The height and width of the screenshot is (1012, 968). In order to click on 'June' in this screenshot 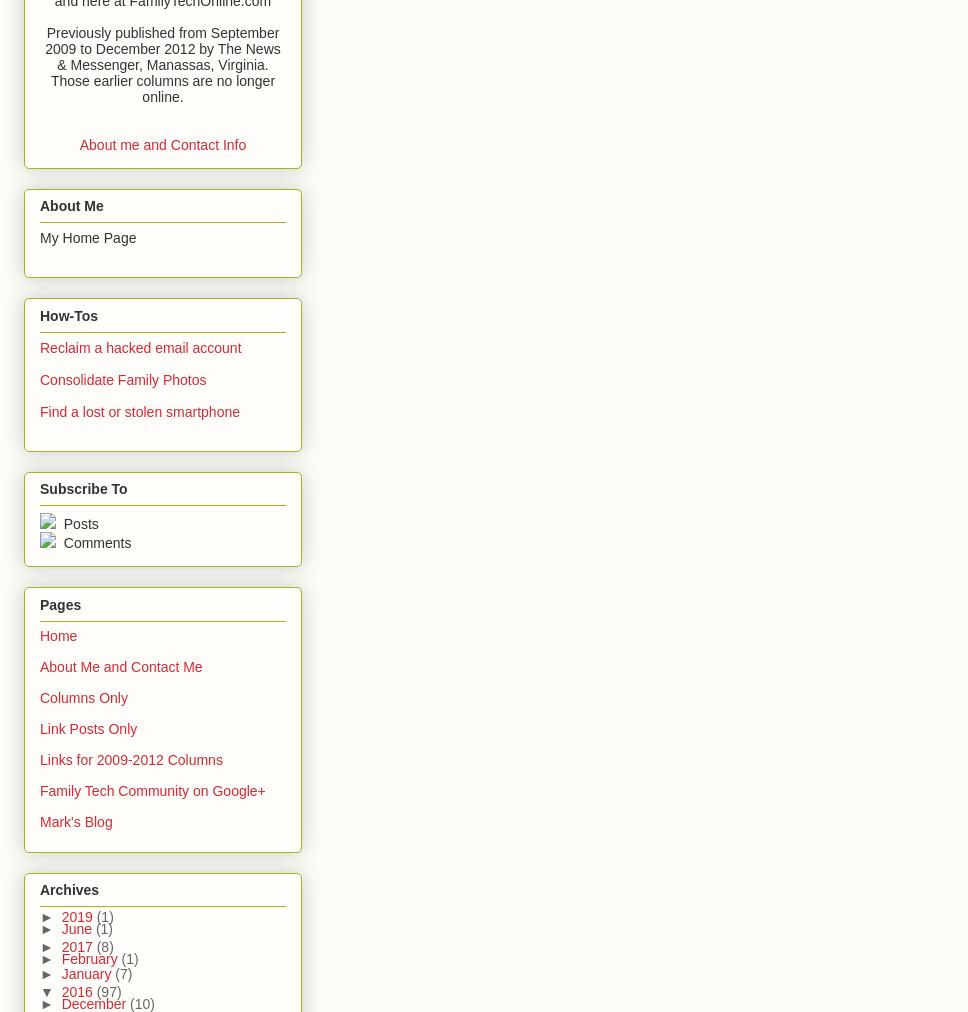, I will do `click(77, 928)`.